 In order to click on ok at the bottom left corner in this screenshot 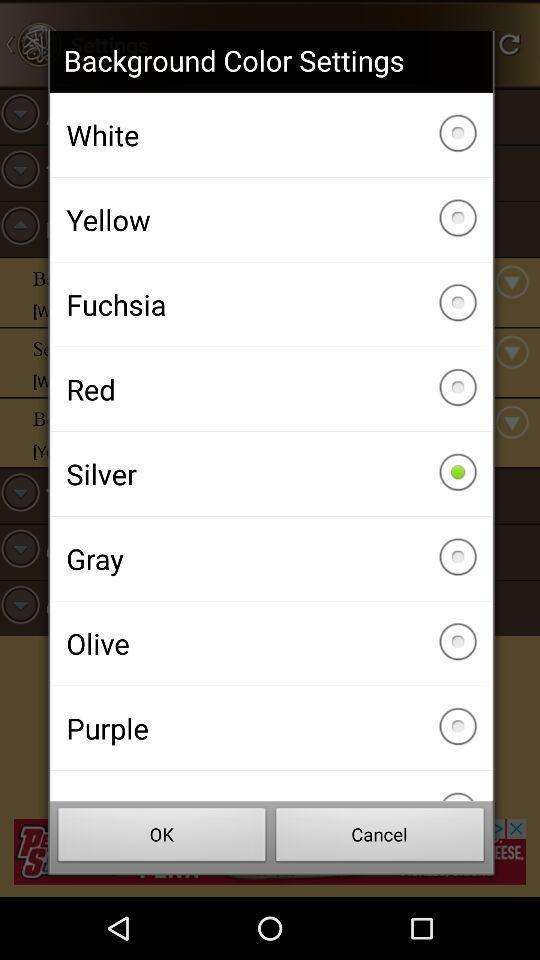, I will do `click(161, 837)`.